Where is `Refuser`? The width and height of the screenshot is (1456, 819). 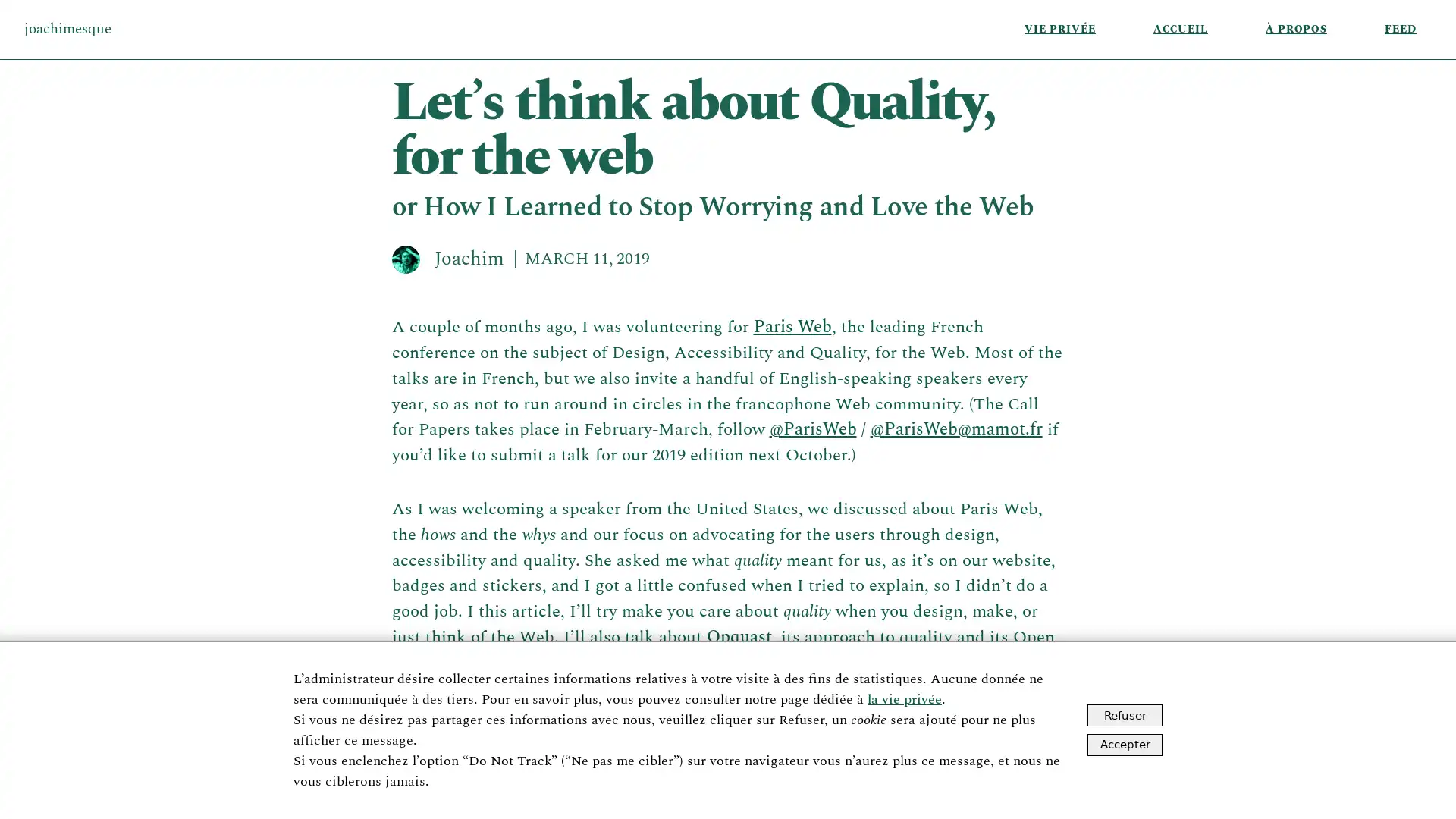 Refuser is located at coordinates (1125, 715).